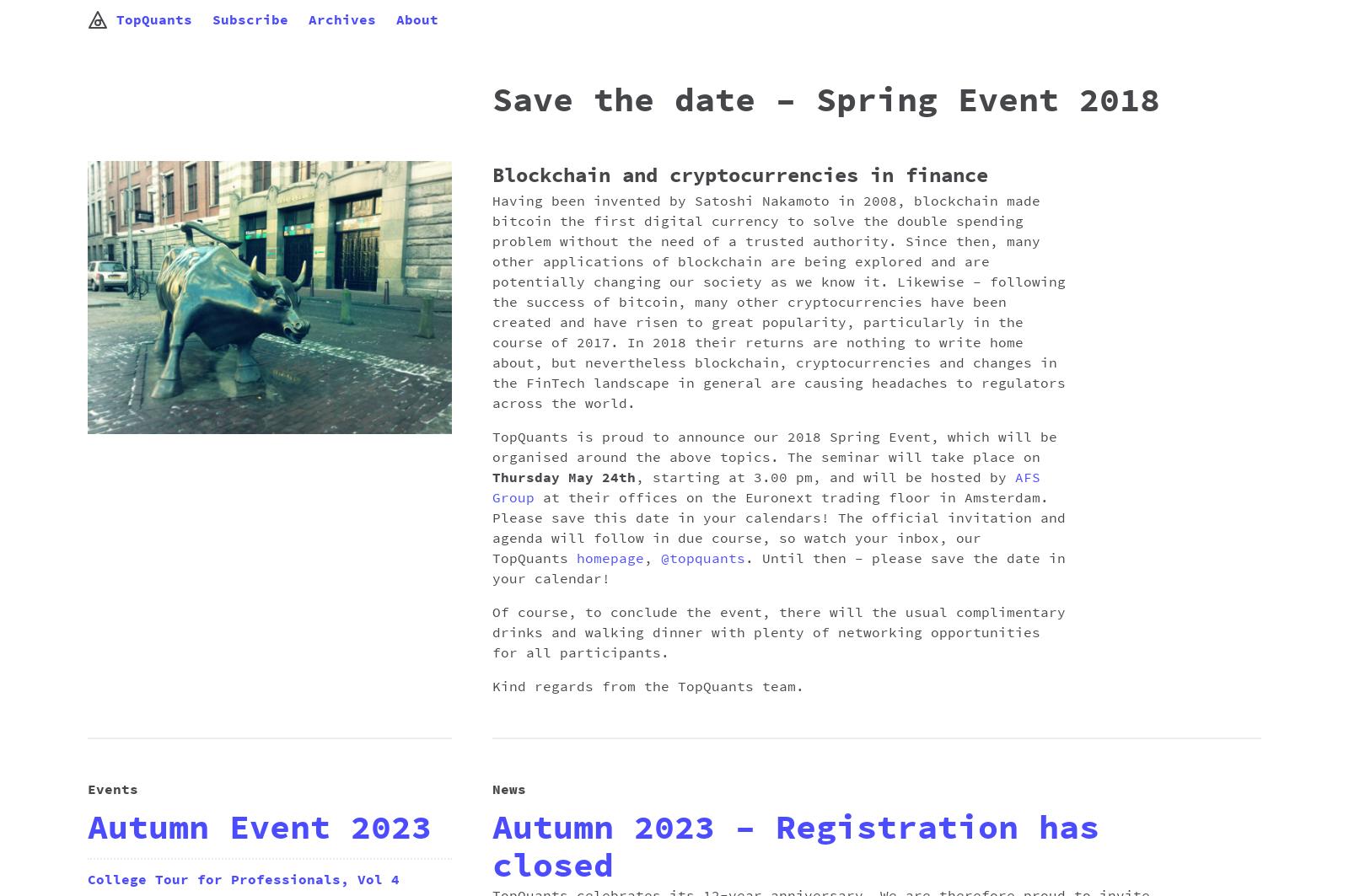 Image resolution: width=1349 pixels, height=896 pixels. What do you see at coordinates (260, 827) in the screenshot?
I see `'Autumn Event 2023'` at bounding box center [260, 827].